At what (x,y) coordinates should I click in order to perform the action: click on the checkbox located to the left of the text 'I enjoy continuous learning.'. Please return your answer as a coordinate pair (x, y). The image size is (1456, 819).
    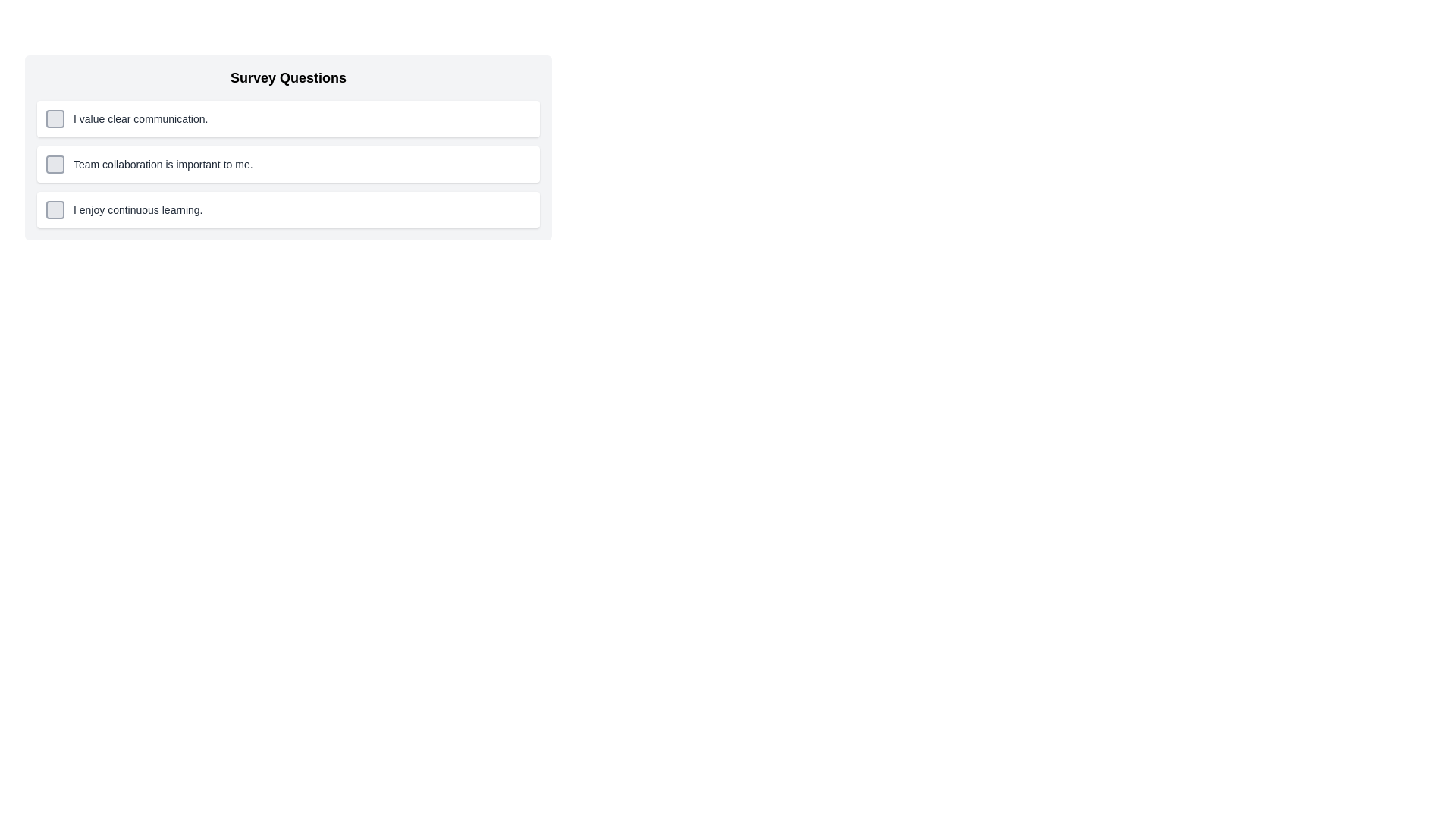
    Looking at the image, I should click on (55, 210).